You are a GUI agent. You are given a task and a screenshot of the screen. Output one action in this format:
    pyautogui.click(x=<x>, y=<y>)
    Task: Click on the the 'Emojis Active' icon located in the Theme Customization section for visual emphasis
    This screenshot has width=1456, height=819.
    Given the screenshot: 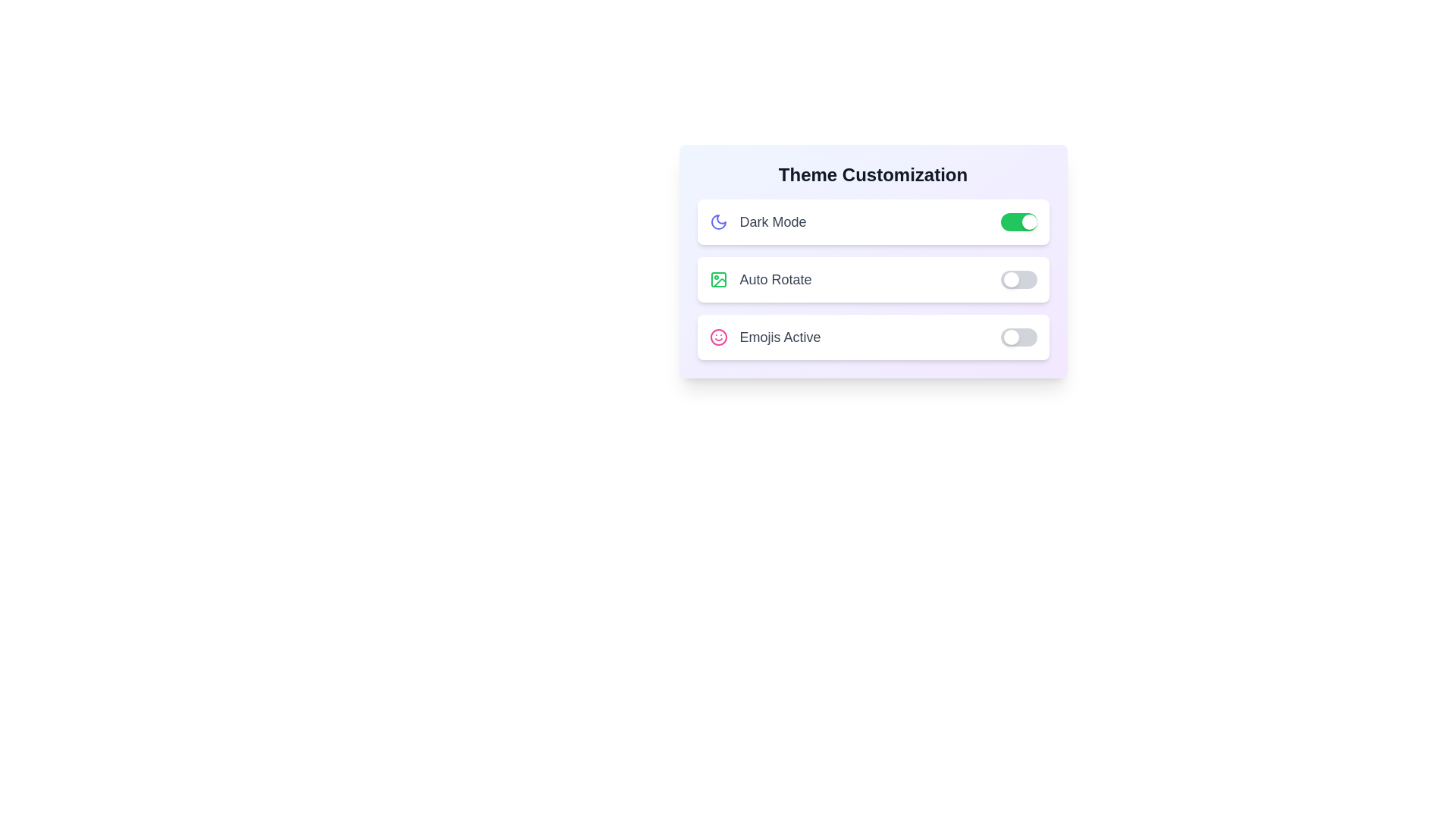 What is the action you would take?
    pyautogui.click(x=764, y=336)
    